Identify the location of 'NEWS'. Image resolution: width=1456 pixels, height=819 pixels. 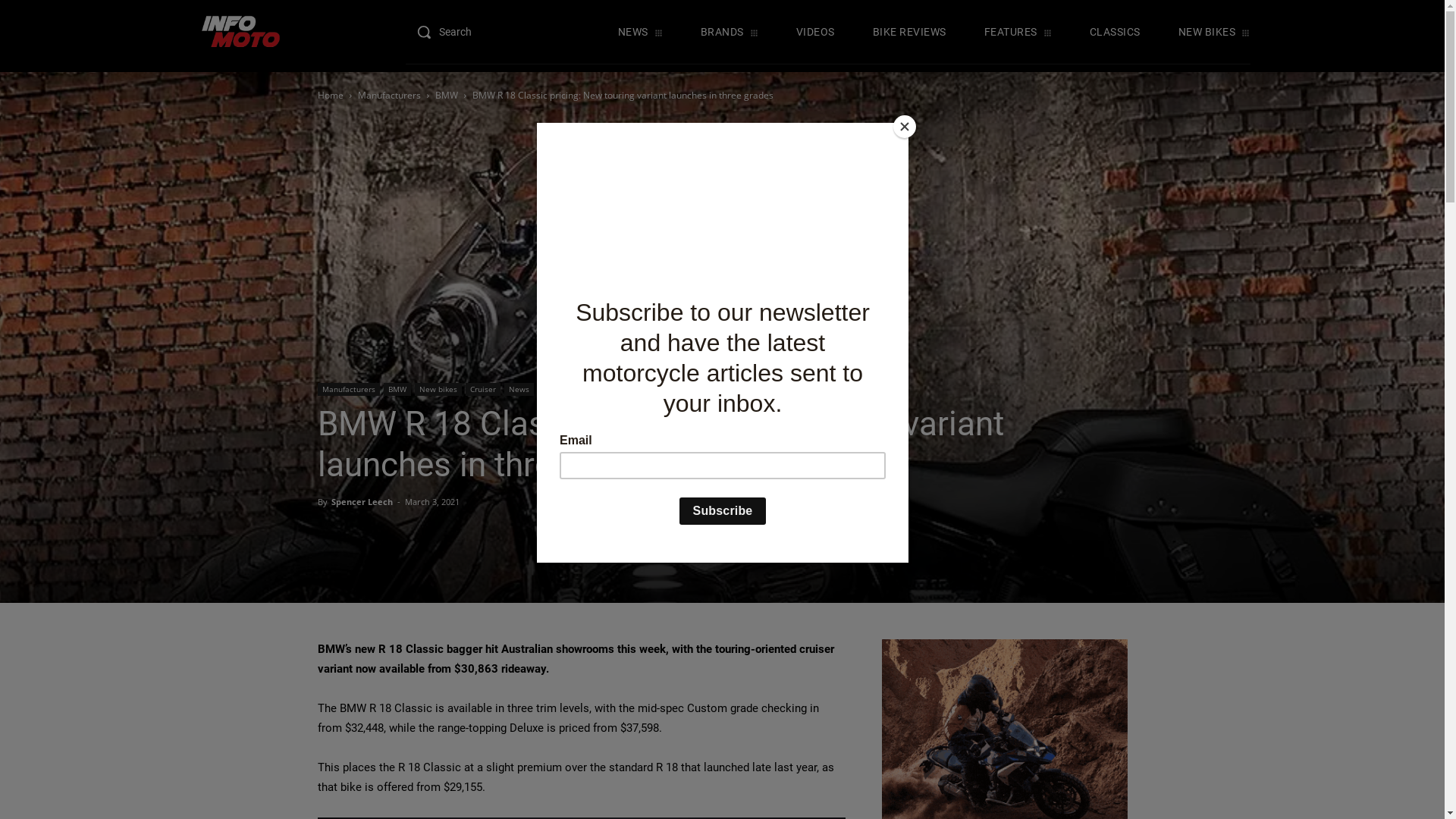
(640, 32).